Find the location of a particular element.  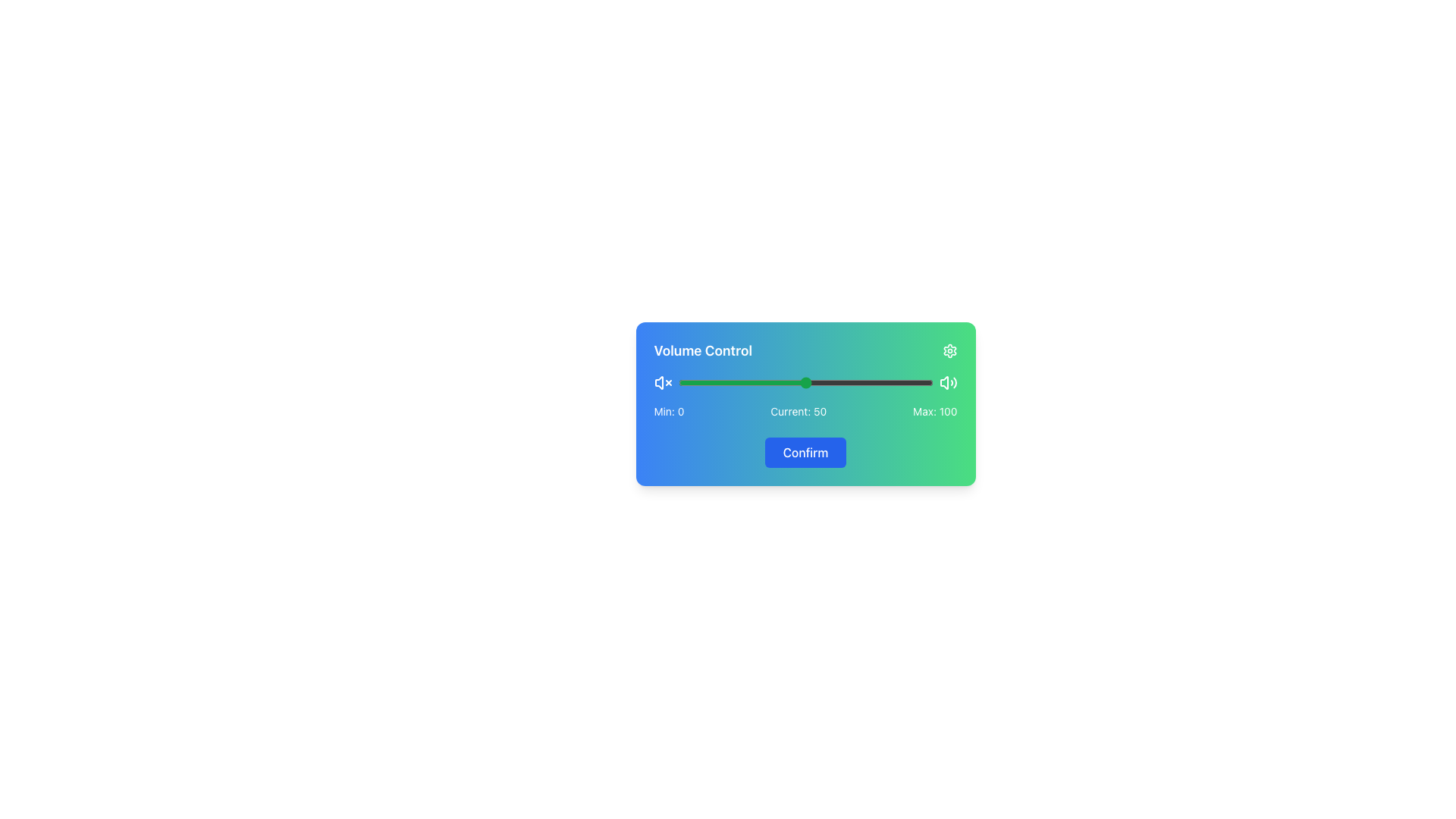

the volume is located at coordinates (856, 382).